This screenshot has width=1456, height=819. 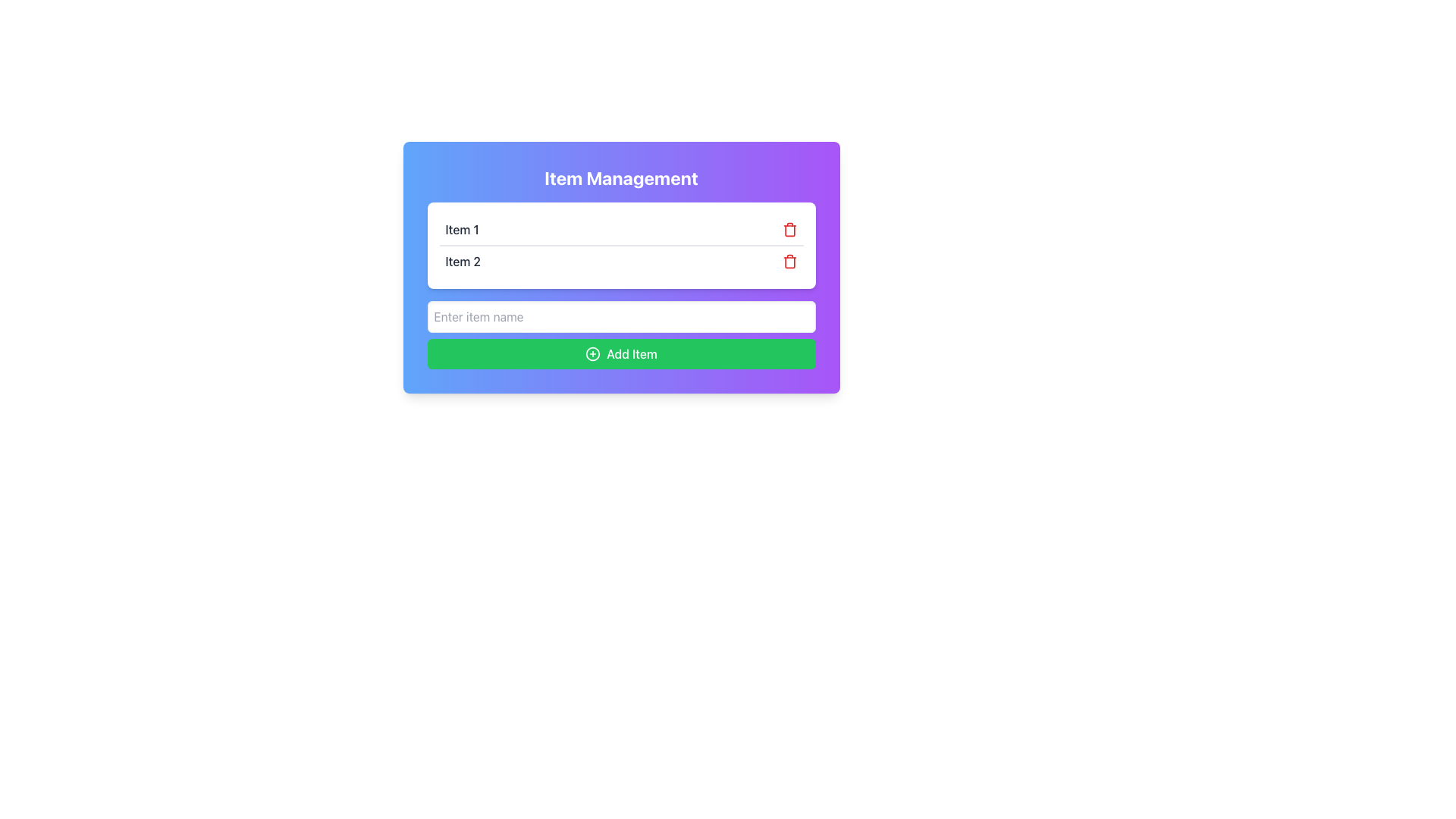 What do you see at coordinates (592, 353) in the screenshot?
I see `the circular outline within the SVG icon associated with the green 'Add Item' button located at the lower section of the interface` at bounding box center [592, 353].